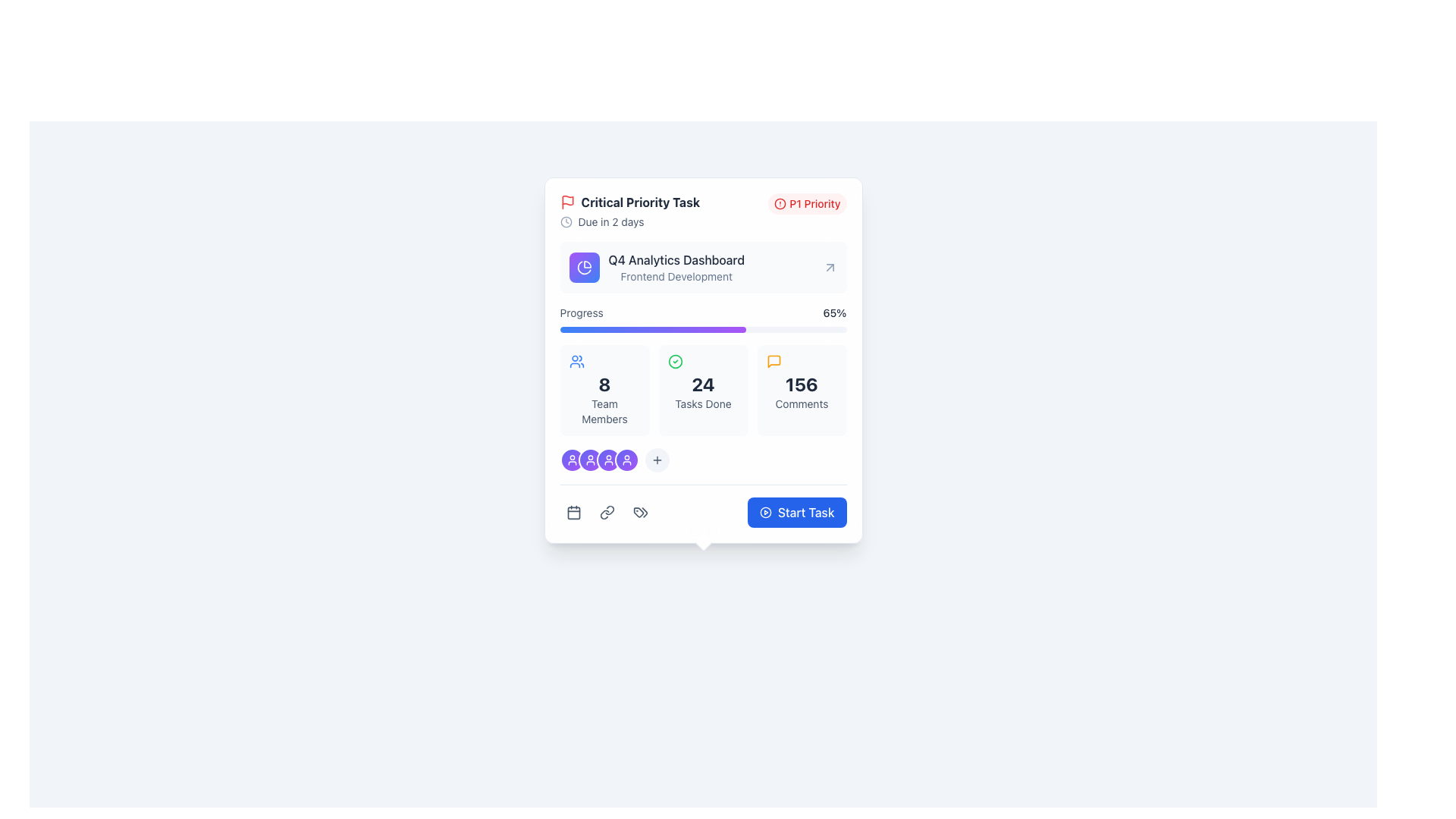 This screenshot has width=1456, height=819. Describe the element at coordinates (773, 362) in the screenshot. I see `the speech bubble icon located at the bottom of the task card` at that location.